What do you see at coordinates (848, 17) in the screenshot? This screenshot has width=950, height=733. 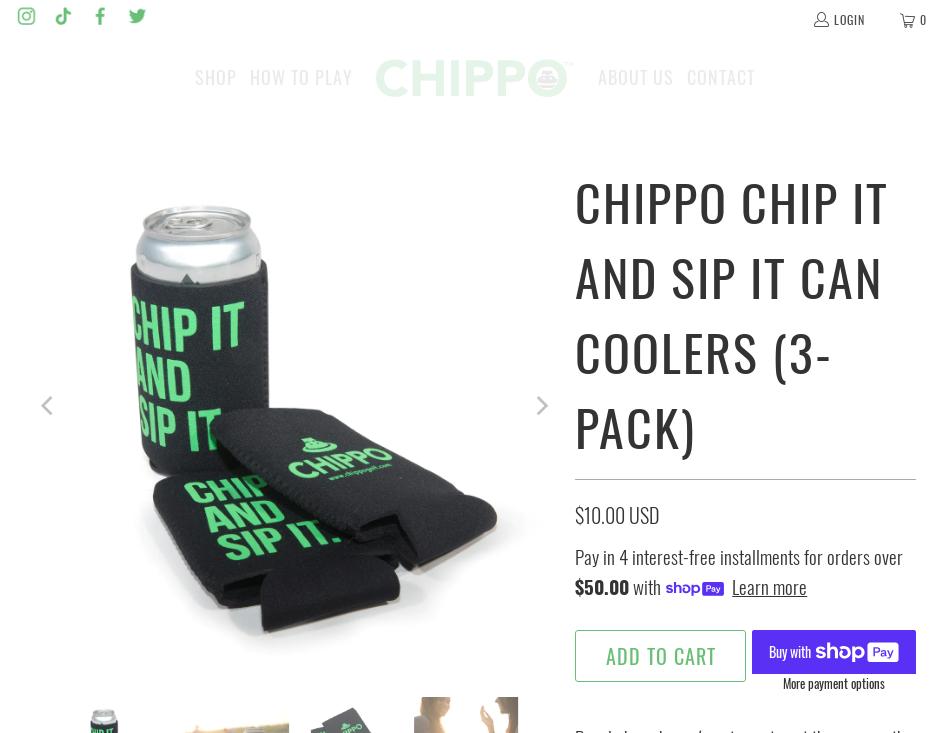 I see `'Login'` at bounding box center [848, 17].